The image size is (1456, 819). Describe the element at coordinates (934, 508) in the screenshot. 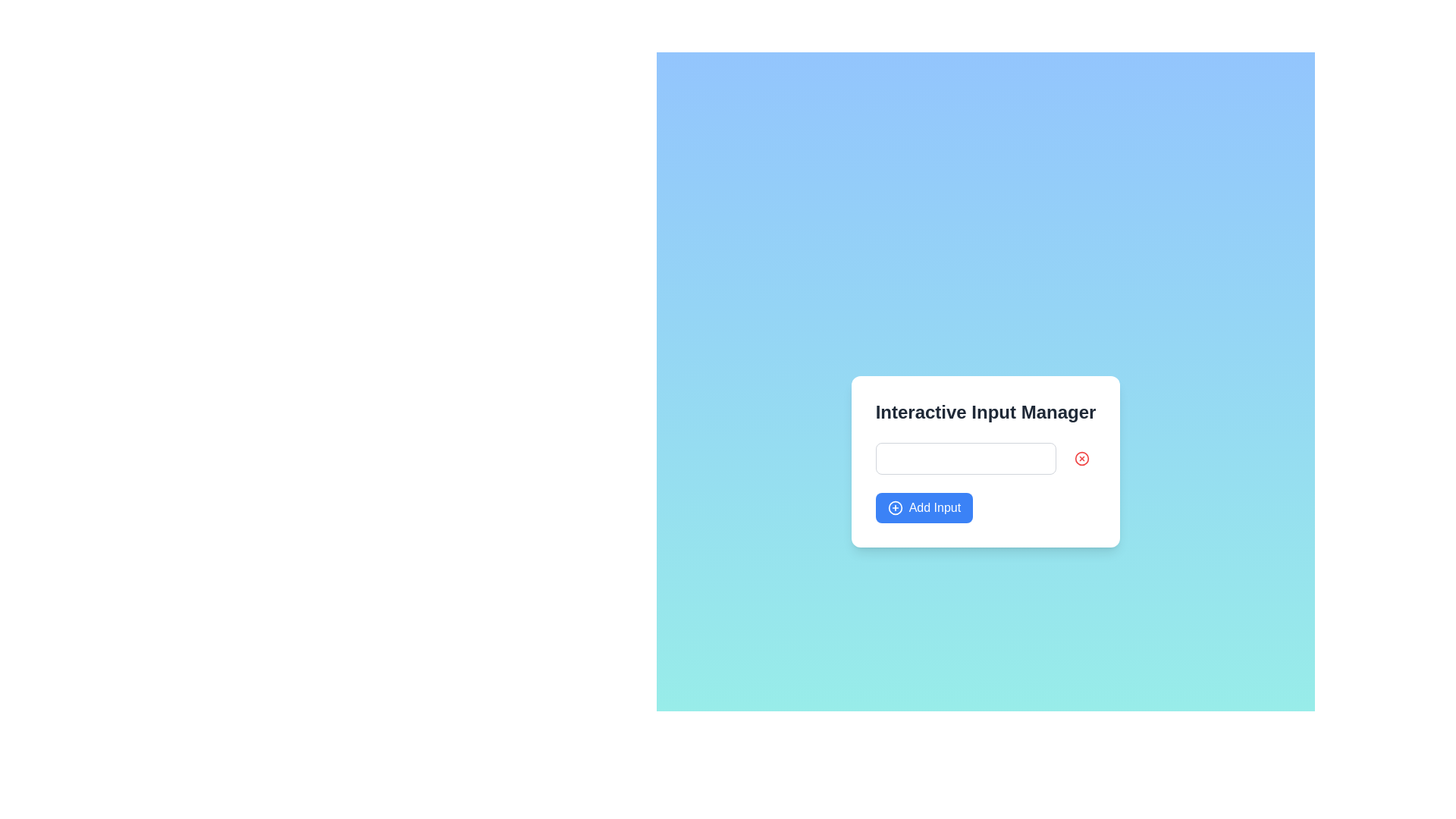

I see `text label 'Add Input' which is styled with a sans-serif font and white text on a blue background, located within a button at the bottom left of a card in the main interface` at that location.